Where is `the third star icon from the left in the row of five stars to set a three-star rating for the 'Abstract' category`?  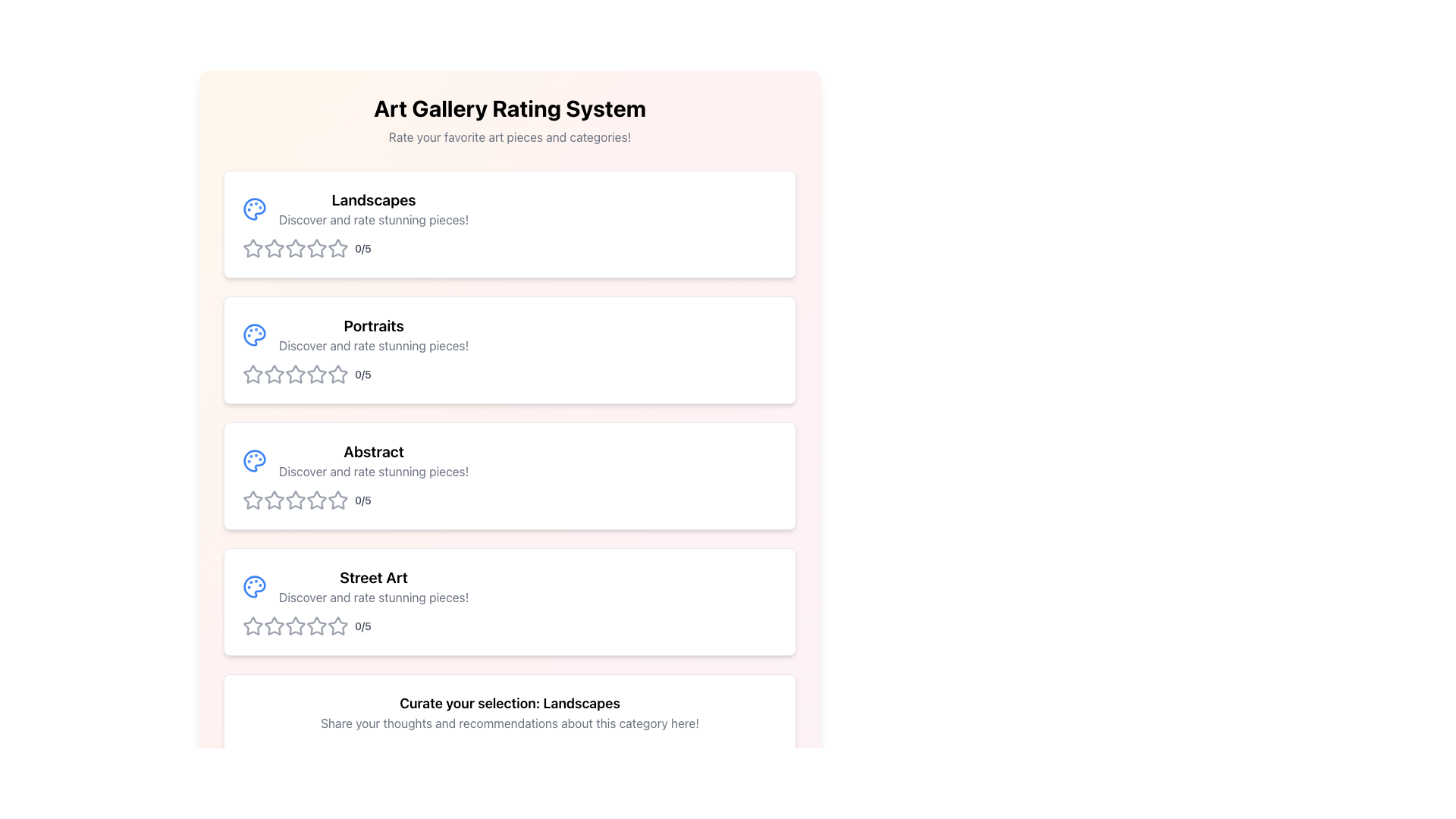 the third star icon from the left in the row of five stars to set a three-star rating for the 'Abstract' category is located at coordinates (274, 500).